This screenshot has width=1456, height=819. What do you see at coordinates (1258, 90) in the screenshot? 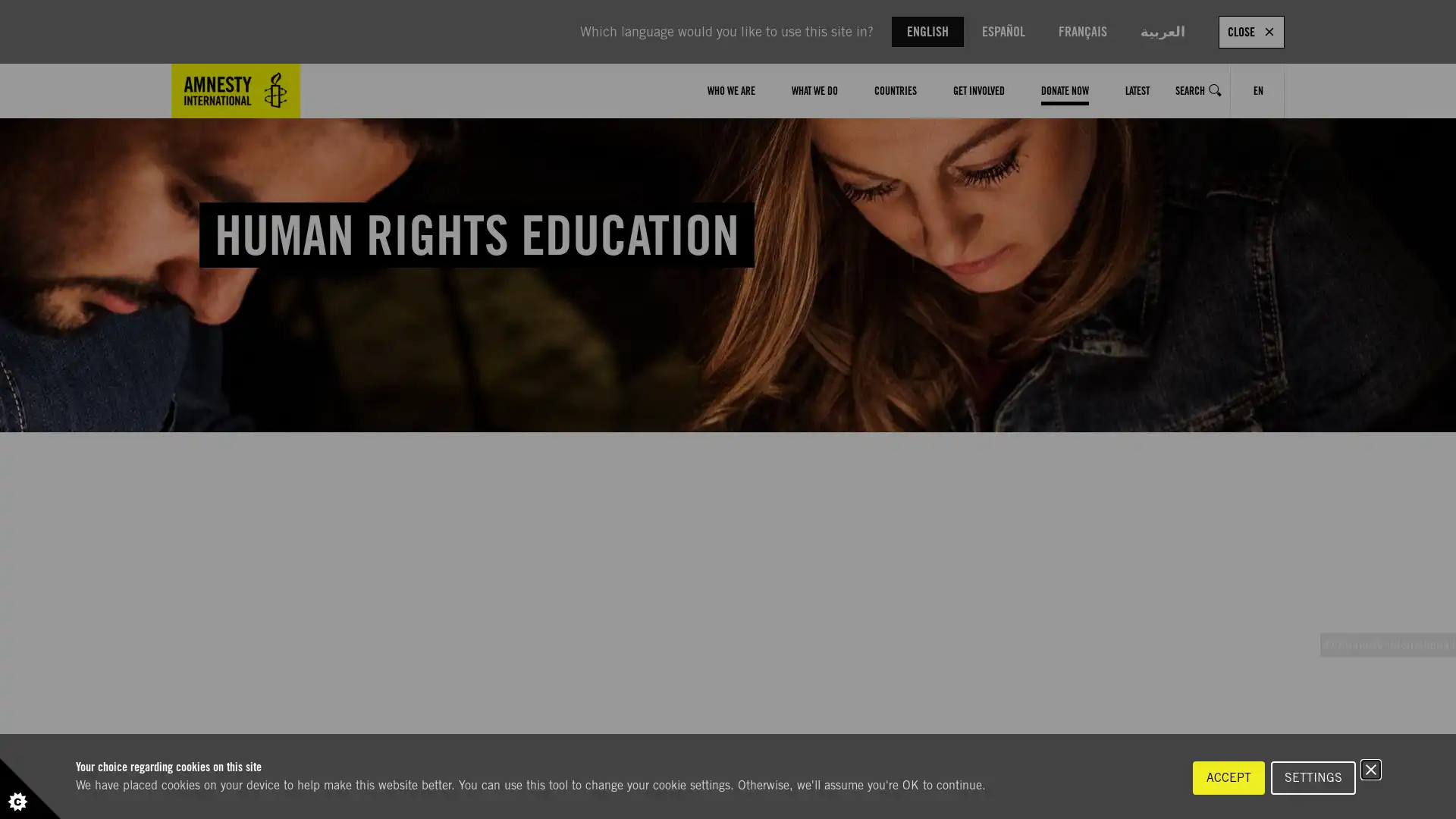
I see `Choose language` at bounding box center [1258, 90].